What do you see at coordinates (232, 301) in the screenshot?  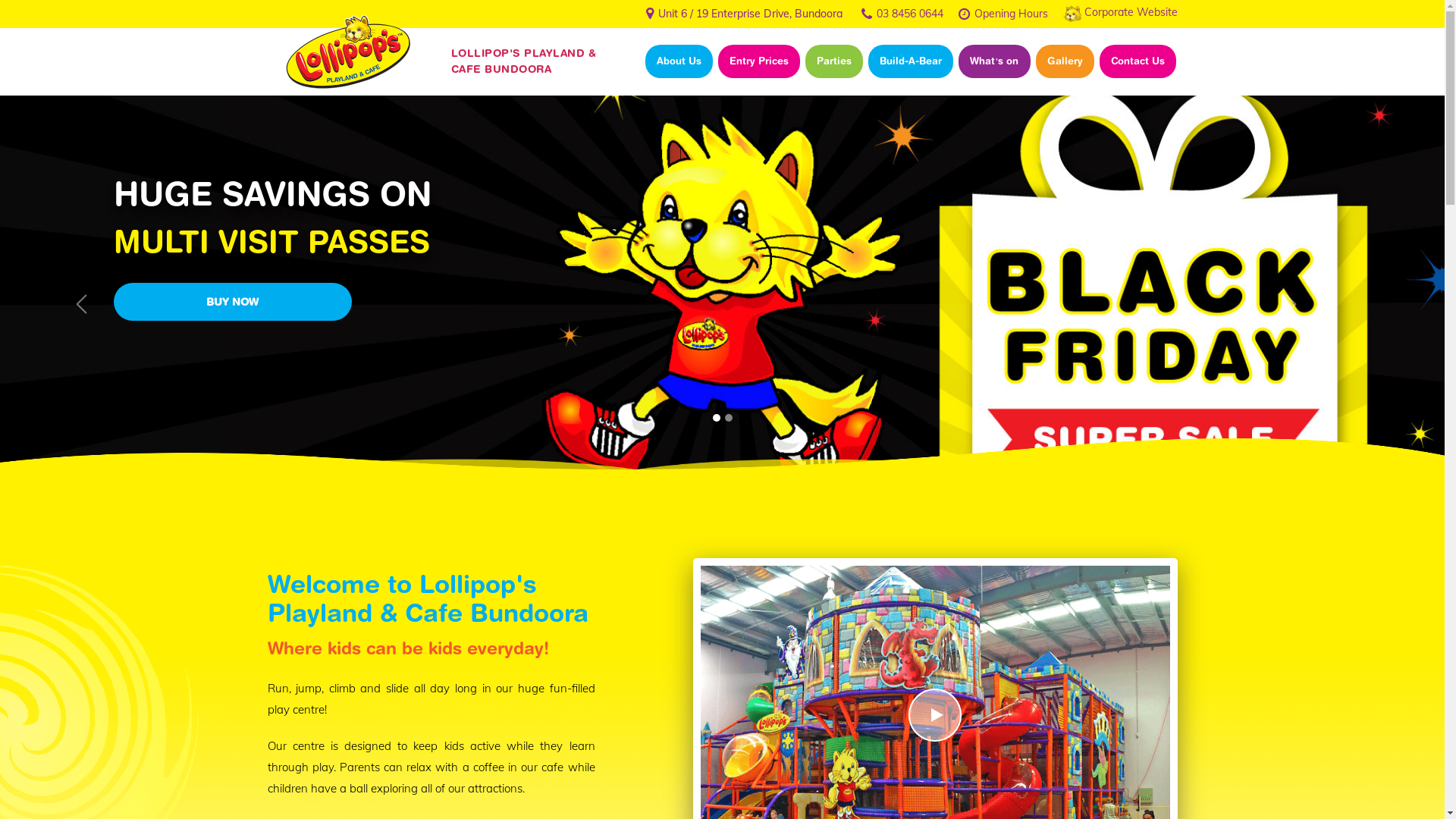 I see `'BUY NOW'` at bounding box center [232, 301].